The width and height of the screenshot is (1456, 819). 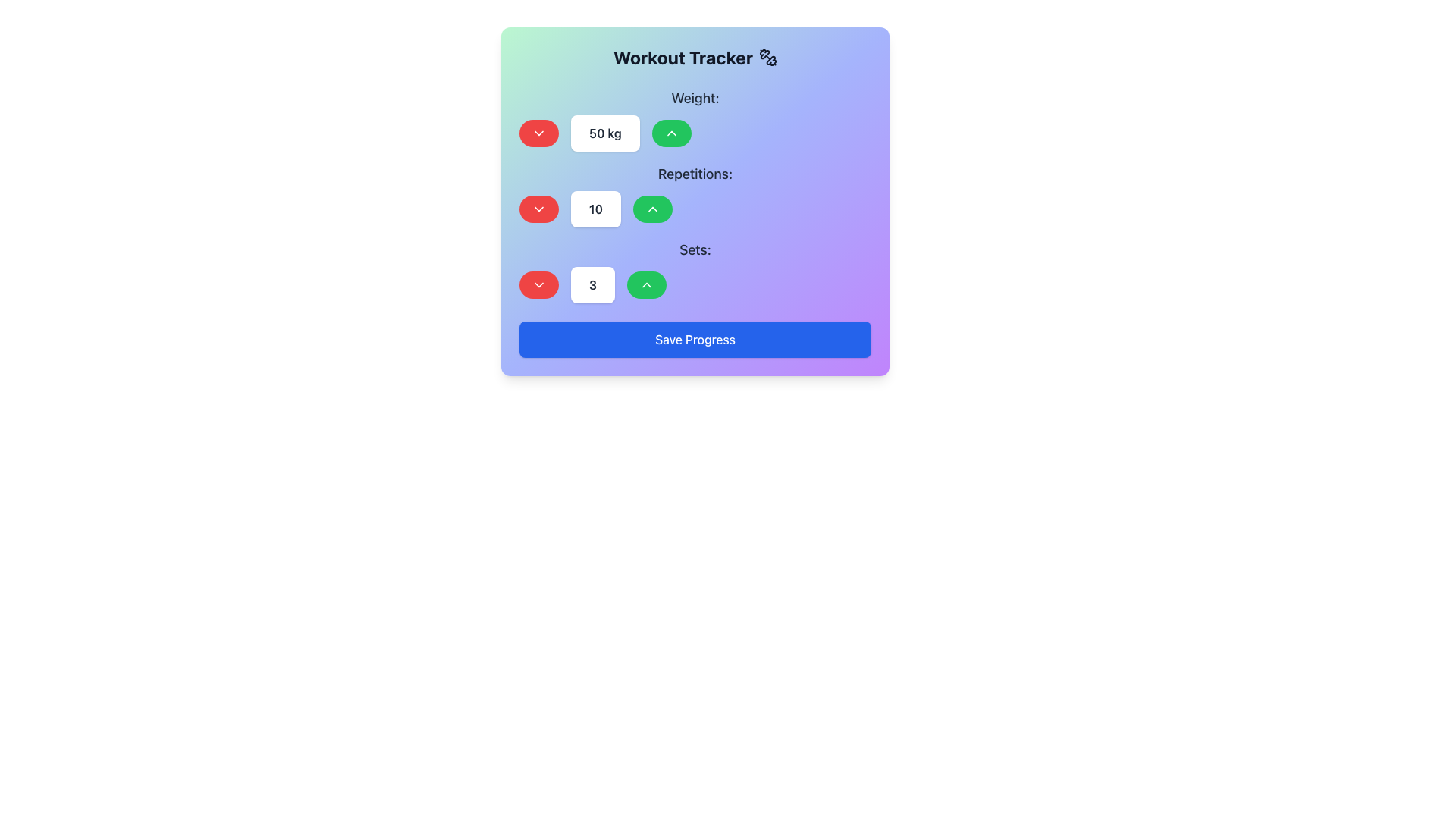 I want to click on the text label displaying 'Repetitions:' which is positioned centrally in the interface under the weight input and above the repetitions input, so click(x=694, y=174).